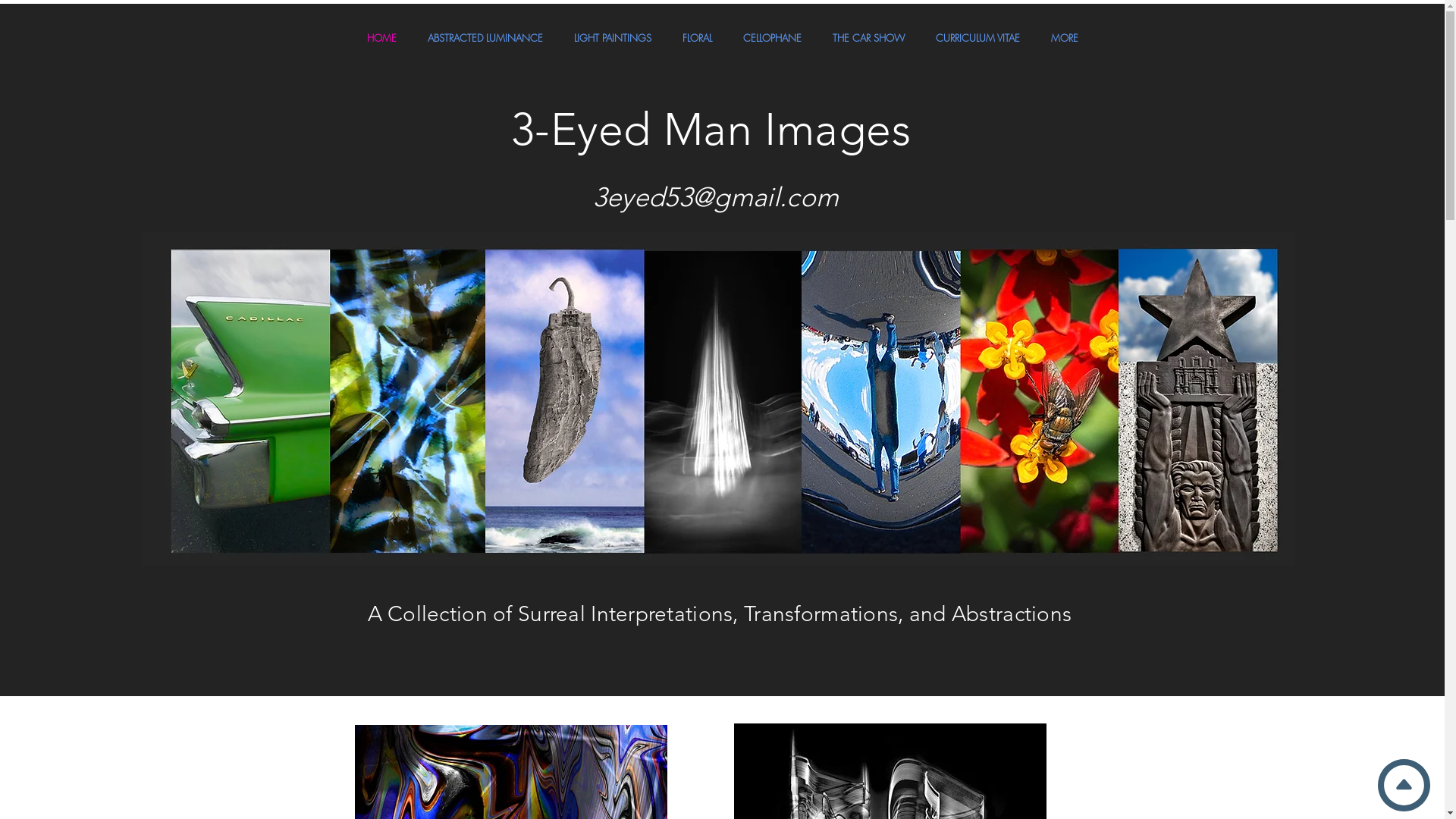 The width and height of the screenshot is (1456, 819). What do you see at coordinates (612, 37) in the screenshot?
I see `'LIGHT PAINTINGS'` at bounding box center [612, 37].